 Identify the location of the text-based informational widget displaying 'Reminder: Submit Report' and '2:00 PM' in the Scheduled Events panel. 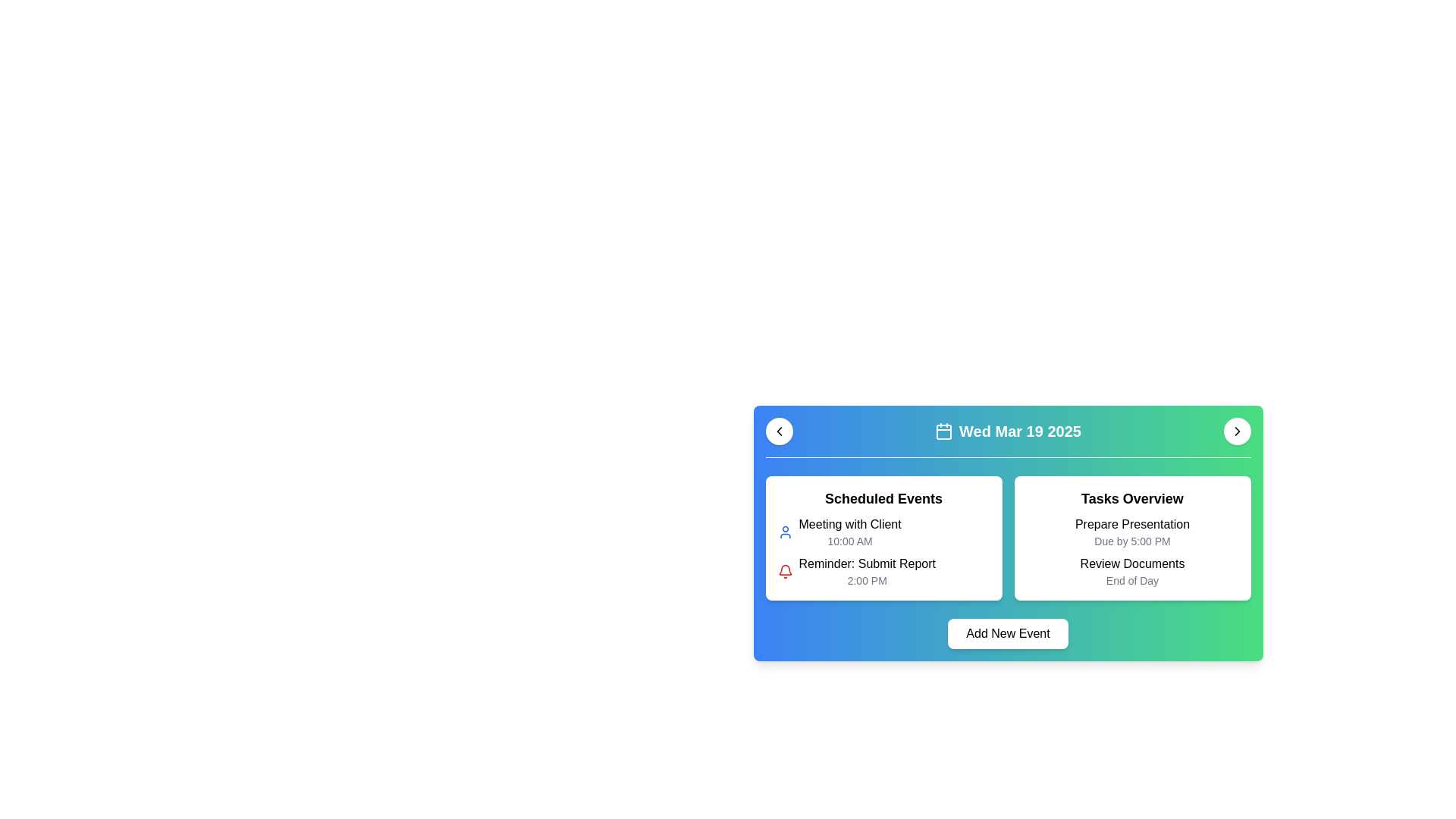
(867, 571).